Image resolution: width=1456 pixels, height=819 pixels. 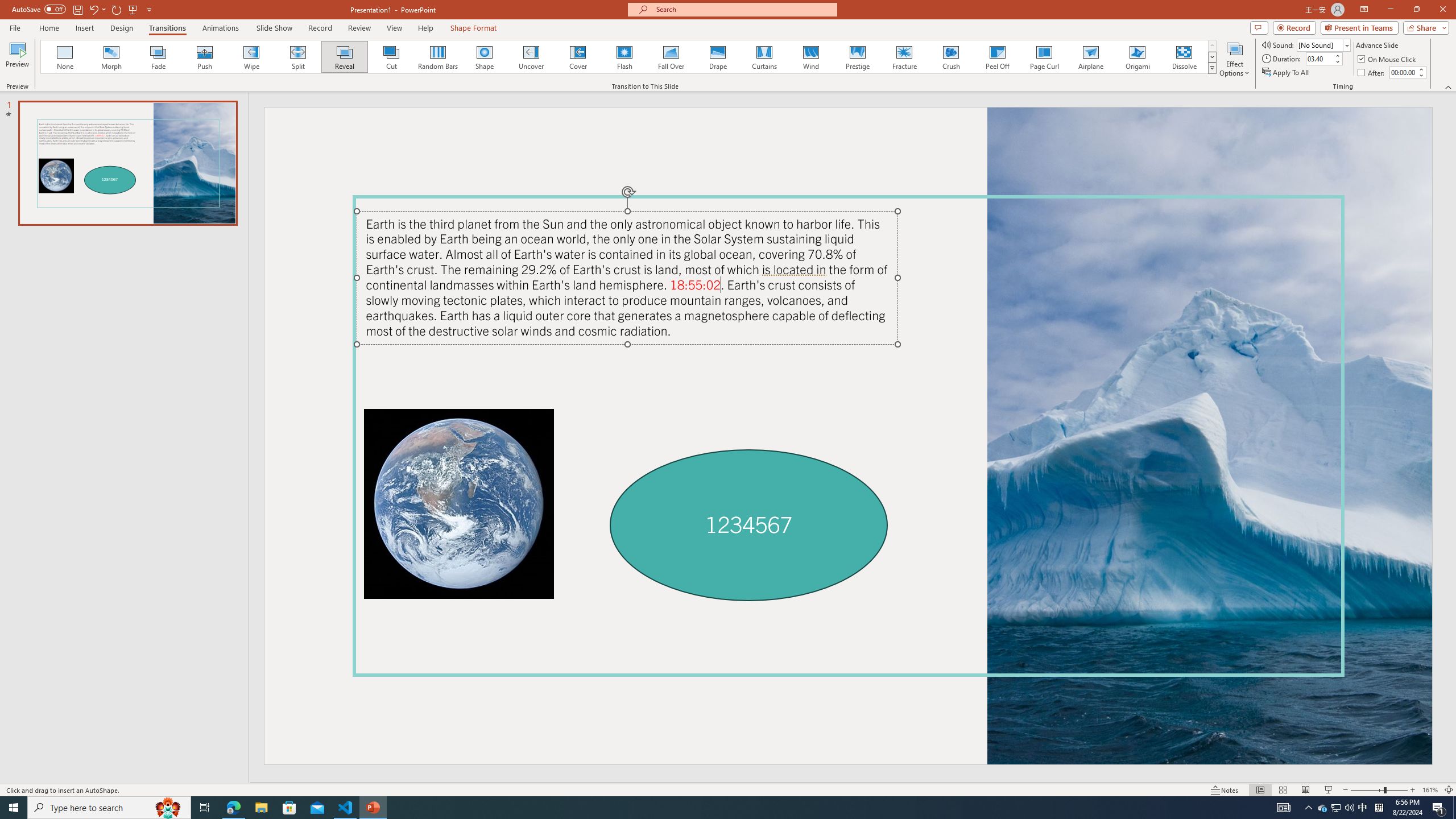 What do you see at coordinates (438, 56) in the screenshot?
I see `'Random Bars'` at bounding box center [438, 56].